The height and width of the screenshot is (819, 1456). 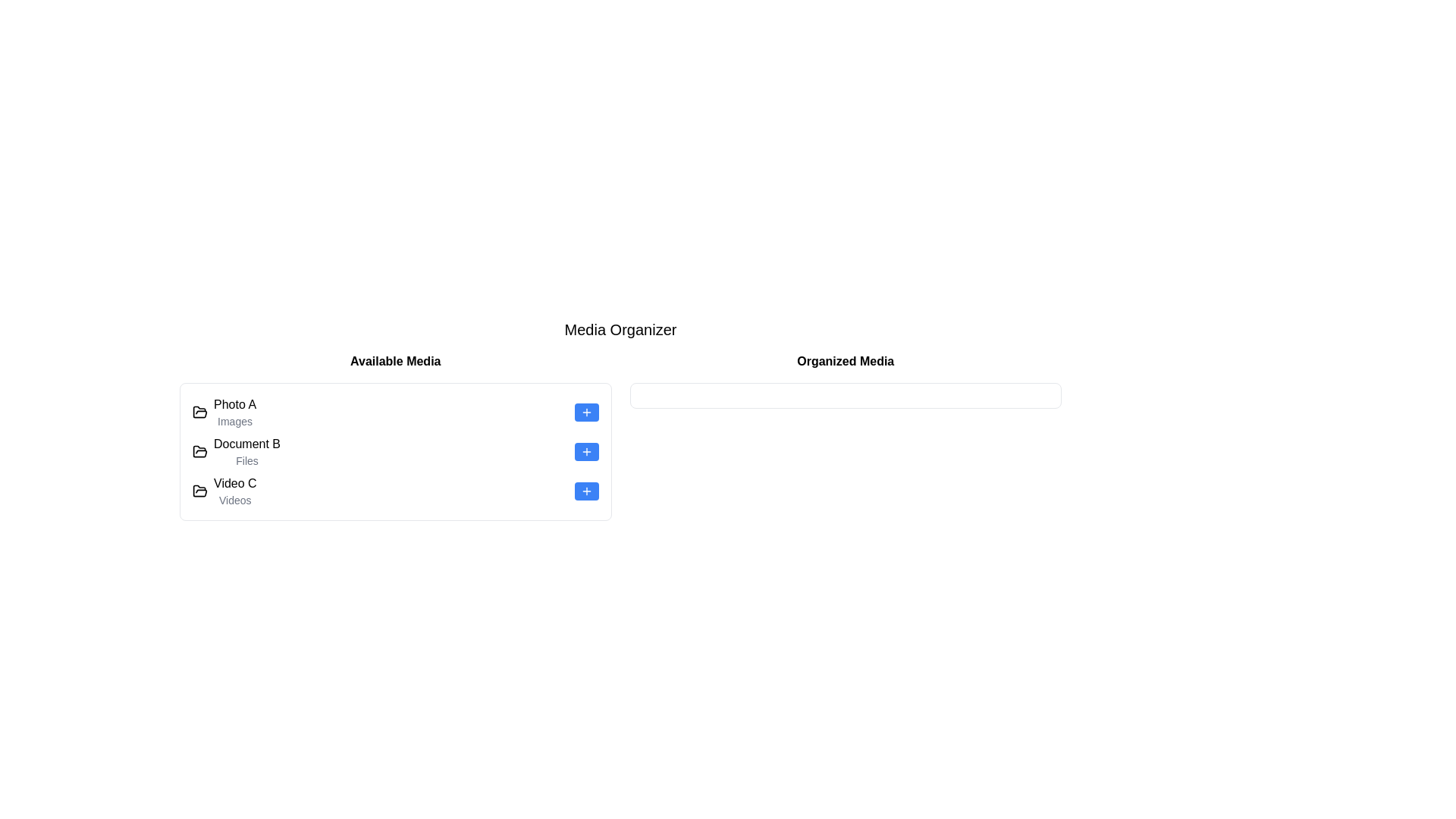 I want to click on the 'Document B' label with the accompanying folder icon from the 'Available Media' section, so click(x=247, y=451).